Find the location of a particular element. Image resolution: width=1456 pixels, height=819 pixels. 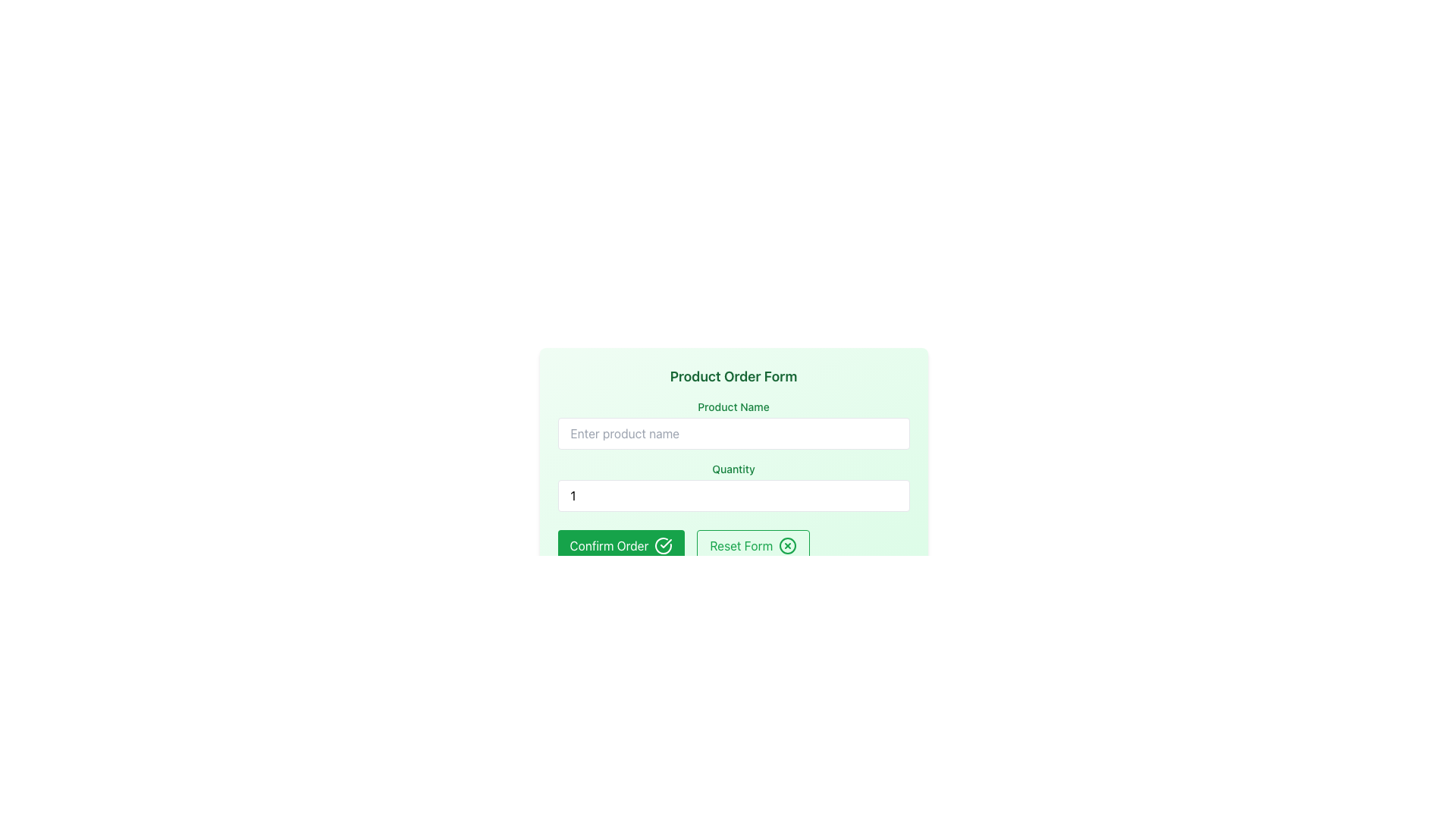

the circular icon representing the reset or cancel functionality associated with the 'Reset Form' button, located to the right of the button label is located at coordinates (788, 546).